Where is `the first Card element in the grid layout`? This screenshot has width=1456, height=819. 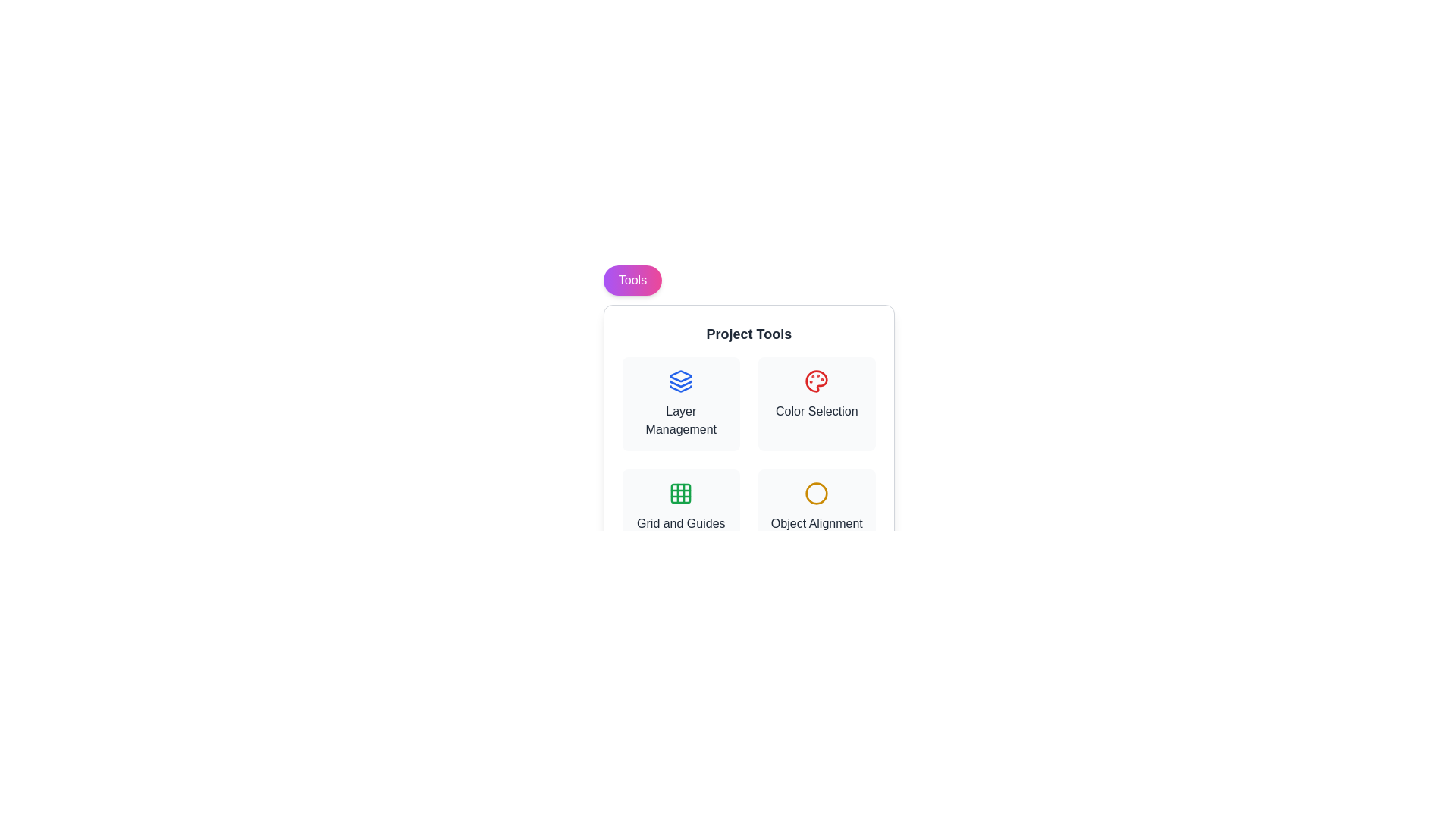
the first Card element in the grid layout is located at coordinates (680, 403).